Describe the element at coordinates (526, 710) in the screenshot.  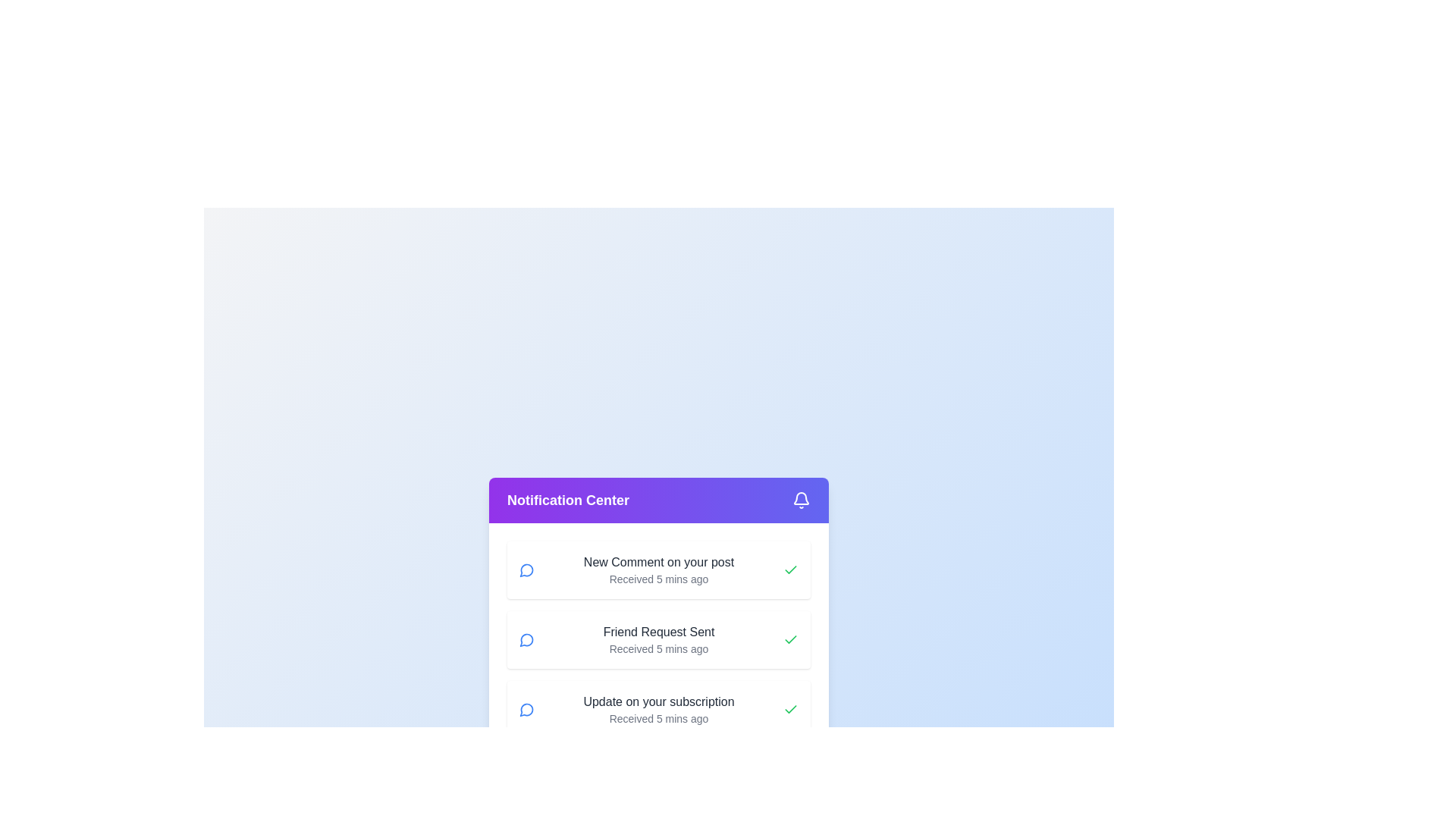
I see `the message or chat icon located inside the third notification item in the notification center` at that location.